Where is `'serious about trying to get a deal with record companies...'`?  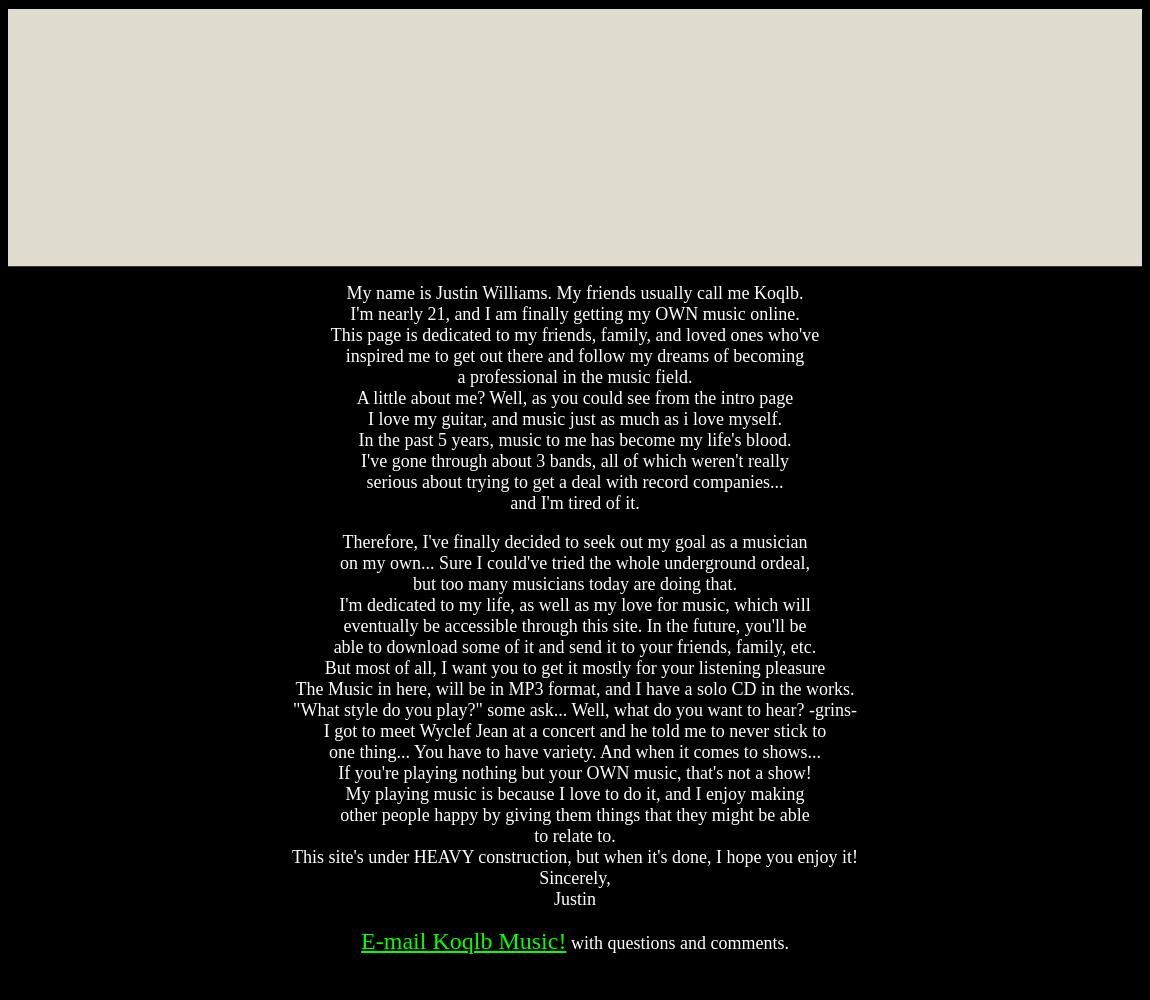
'serious about trying to get a deal with record companies...' is located at coordinates (366, 481).